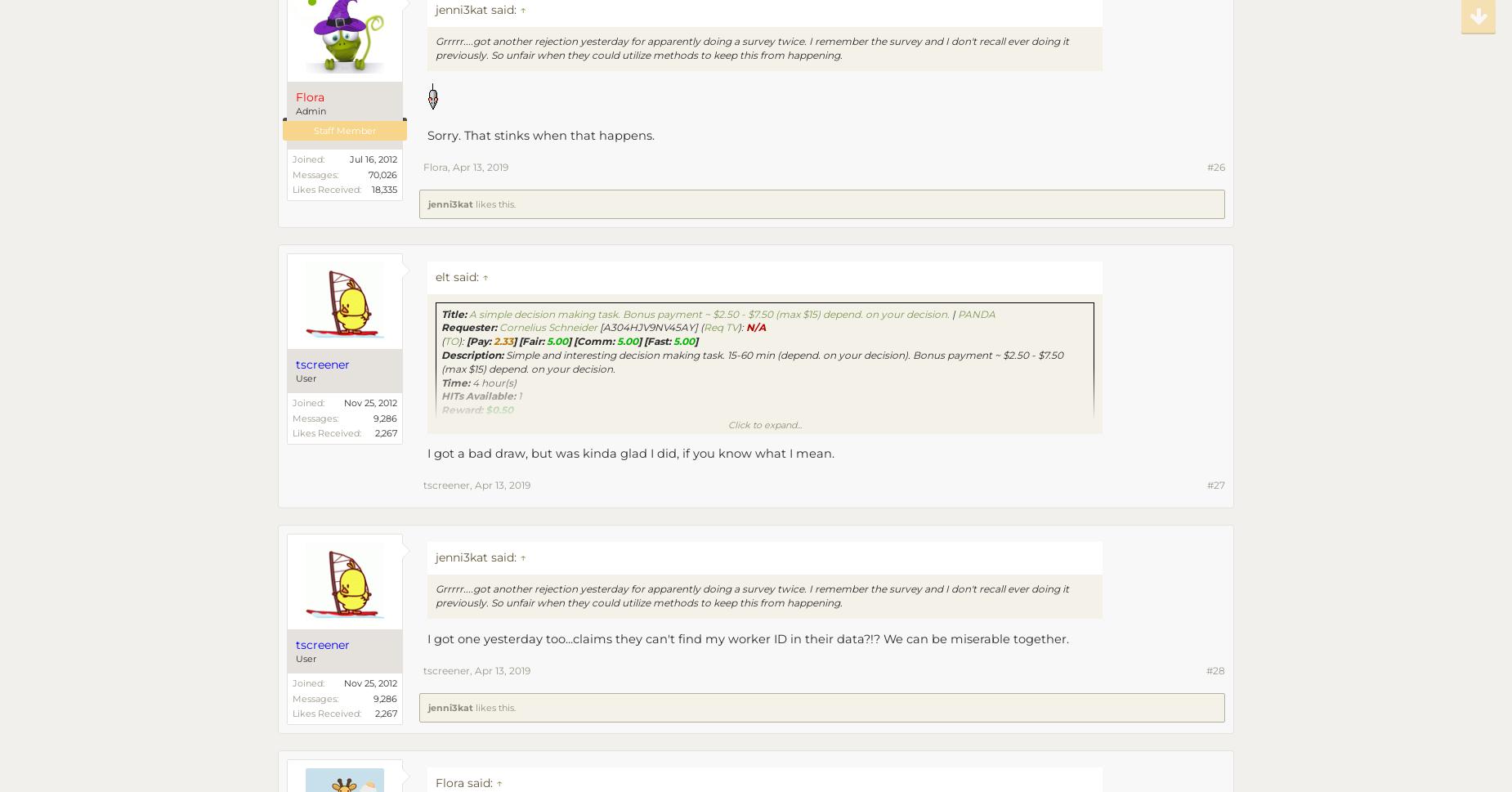  Describe the element at coordinates (445, 340) in the screenshot. I see `'TO'` at that location.